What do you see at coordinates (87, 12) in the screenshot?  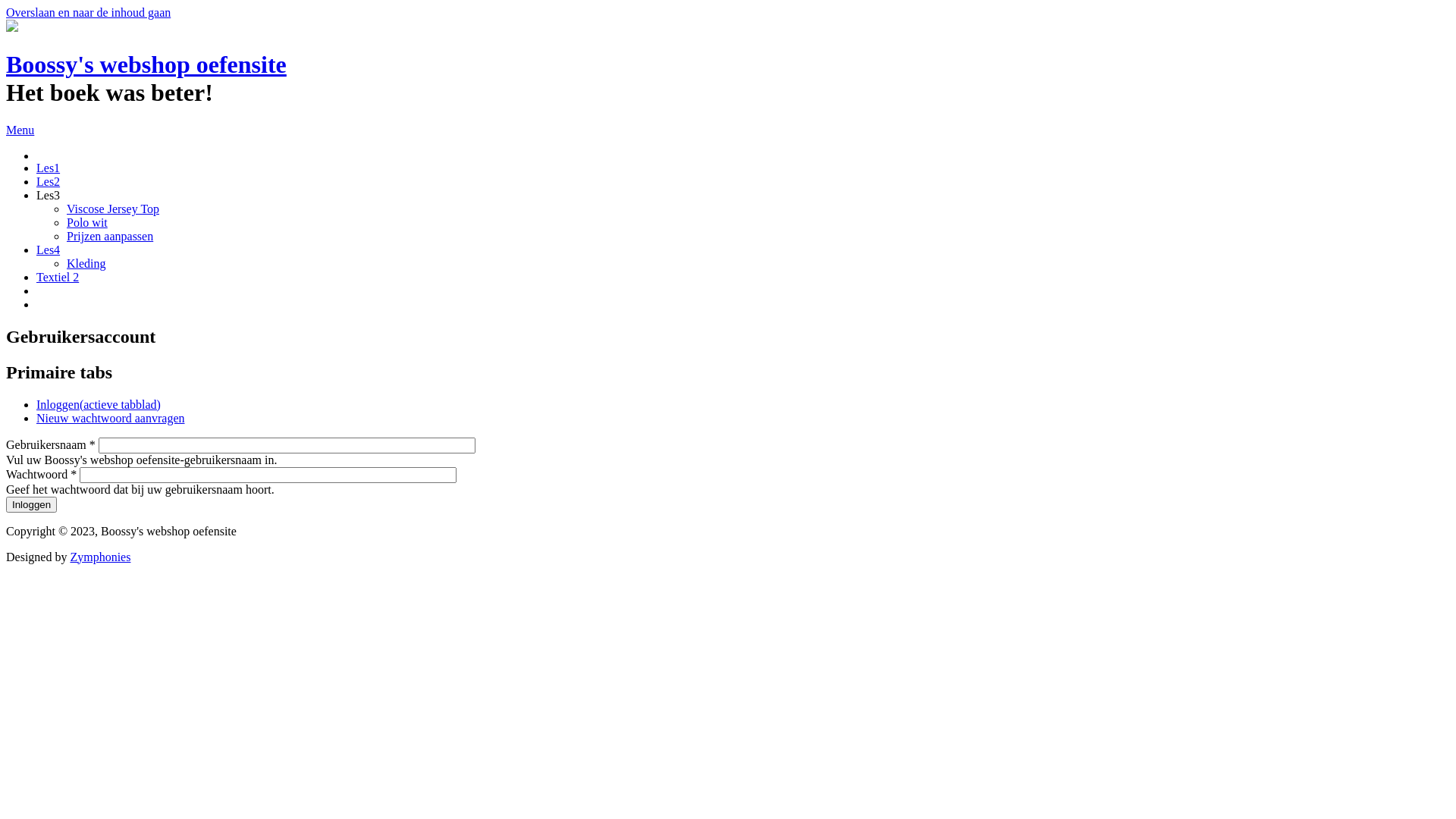 I see `'Overslaan en naar de inhoud gaan'` at bounding box center [87, 12].